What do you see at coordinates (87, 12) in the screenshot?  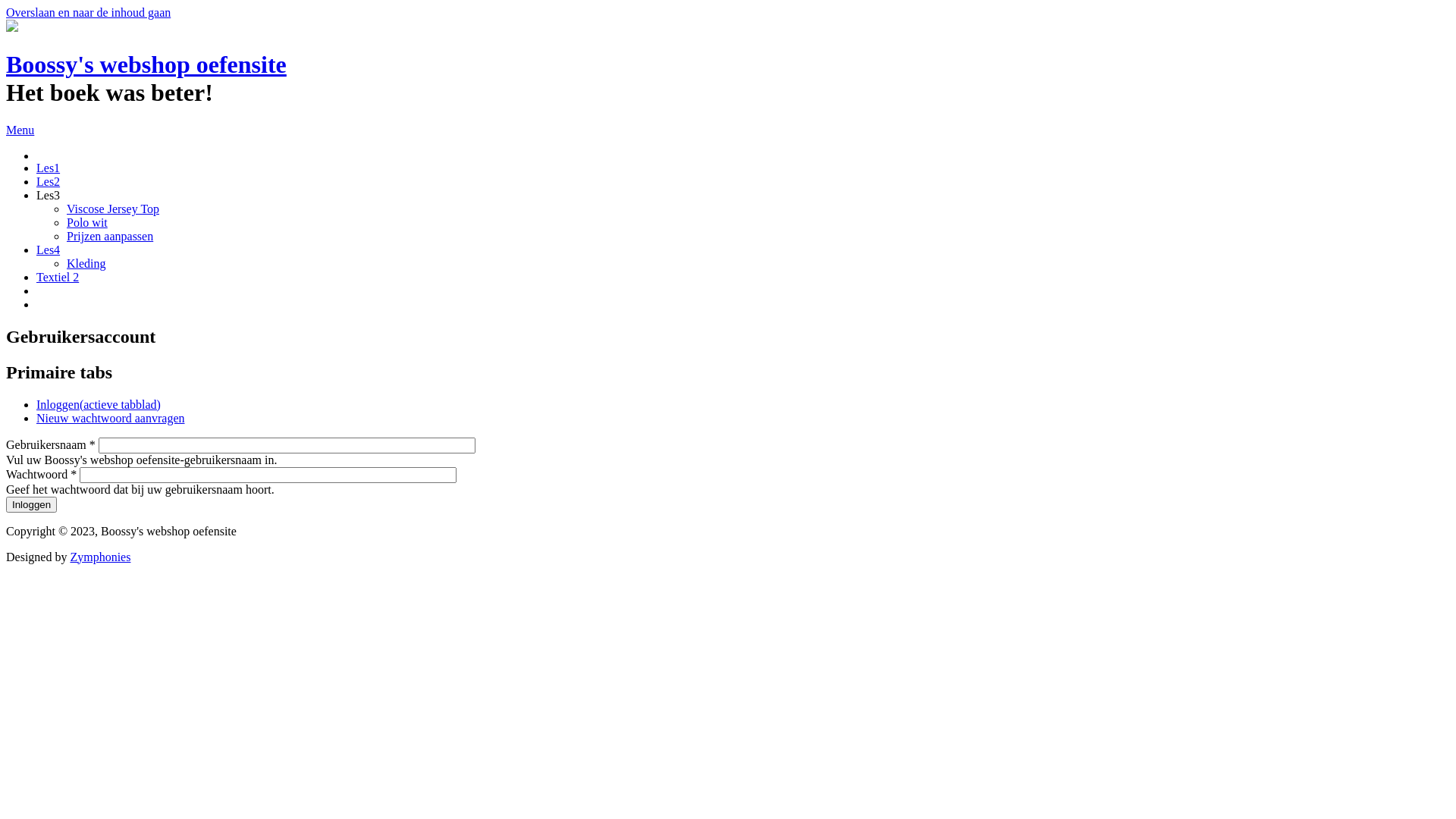 I see `'Overslaan en naar de inhoud gaan'` at bounding box center [87, 12].